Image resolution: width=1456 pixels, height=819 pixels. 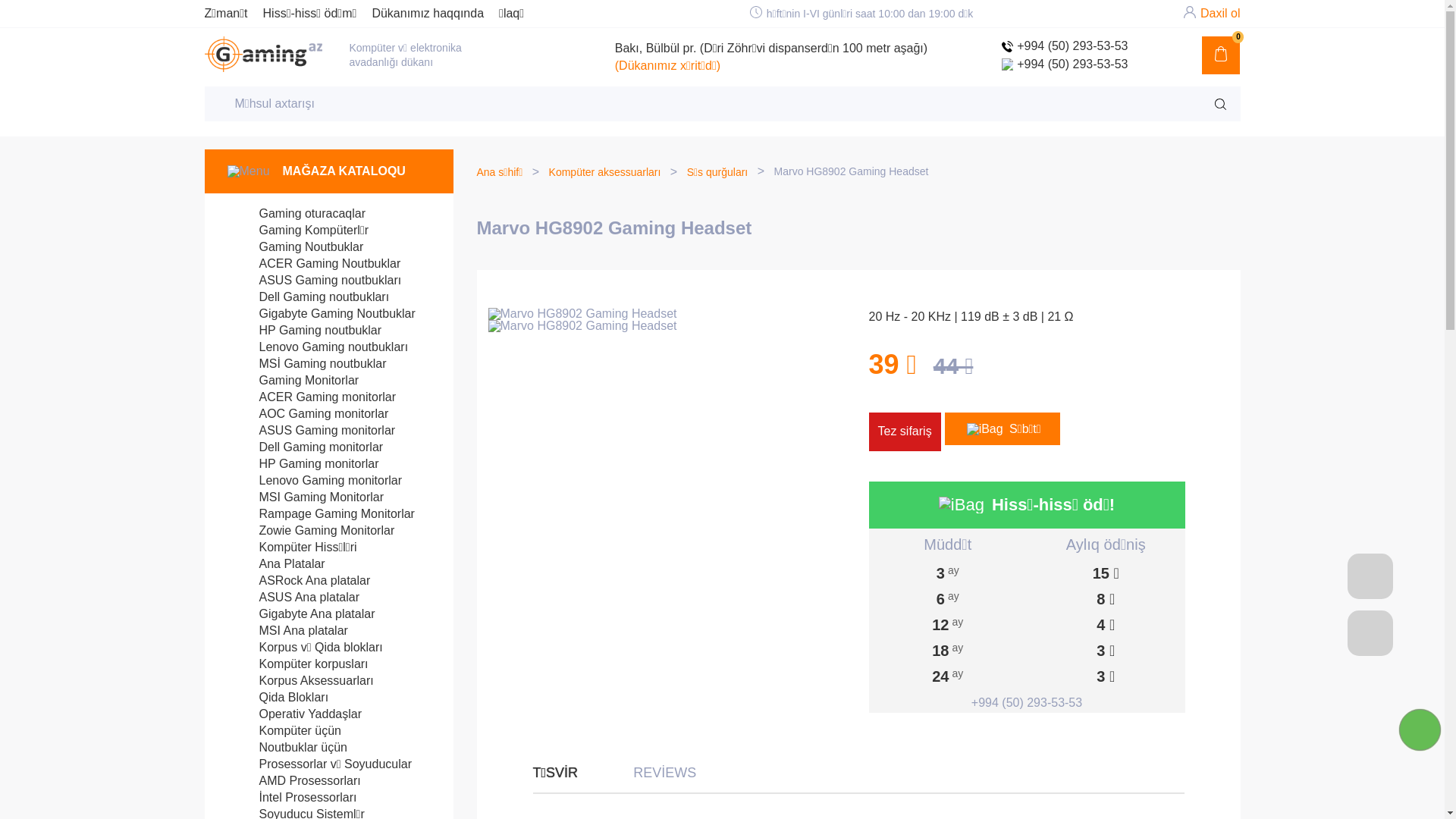 What do you see at coordinates (320, 513) in the screenshot?
I see `'Rampage Gaming Monitorlar'` at bounding box center [320, 513].